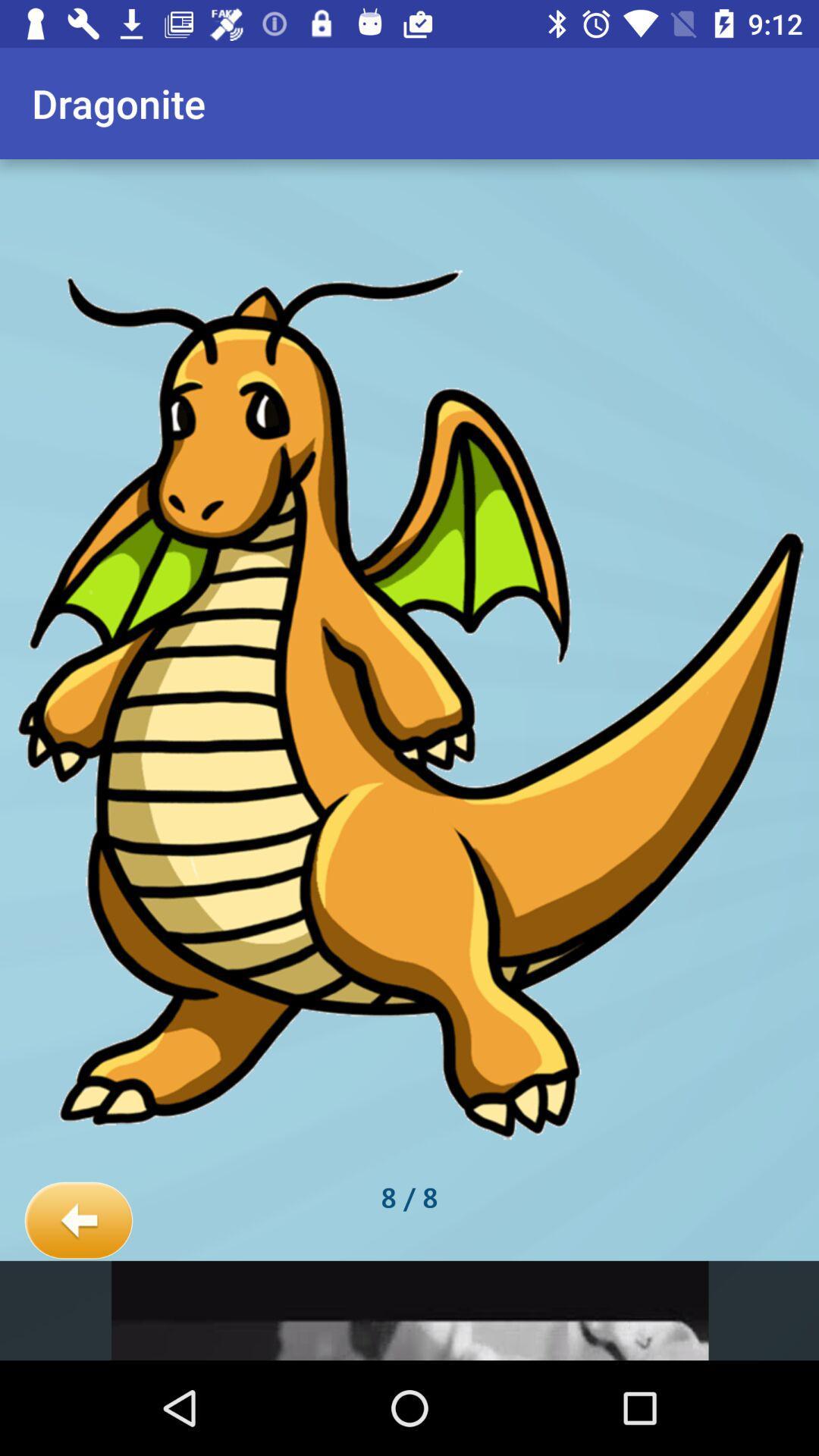 The image size is (819, 1456). What do you see at coordinates (78, 1221) in the screenshot?
I see `the icon below dragonite app` at bounding box center [78, 1221].